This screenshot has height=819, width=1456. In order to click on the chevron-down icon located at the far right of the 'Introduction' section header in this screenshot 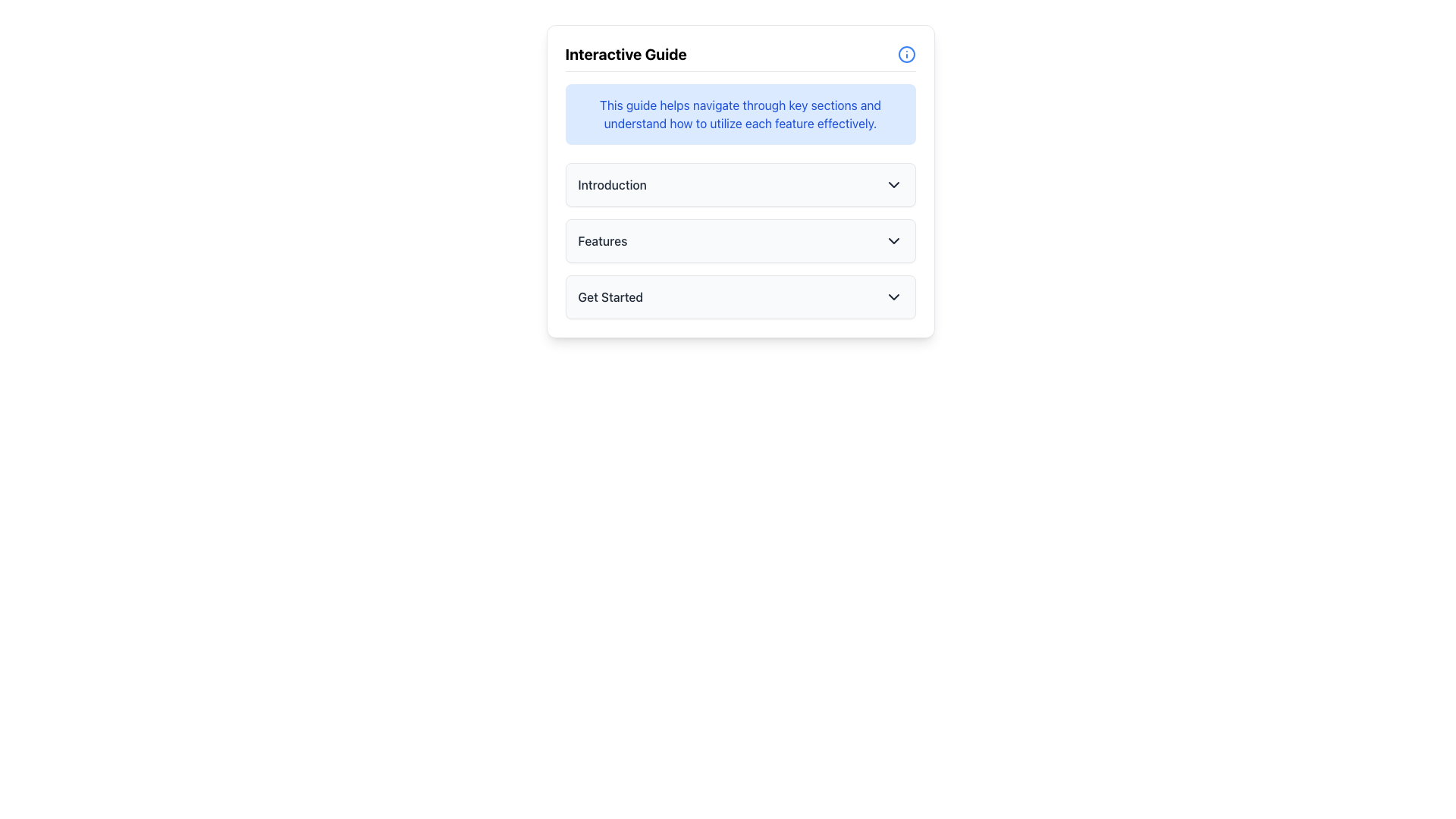, I will do `click(893, 184)`.